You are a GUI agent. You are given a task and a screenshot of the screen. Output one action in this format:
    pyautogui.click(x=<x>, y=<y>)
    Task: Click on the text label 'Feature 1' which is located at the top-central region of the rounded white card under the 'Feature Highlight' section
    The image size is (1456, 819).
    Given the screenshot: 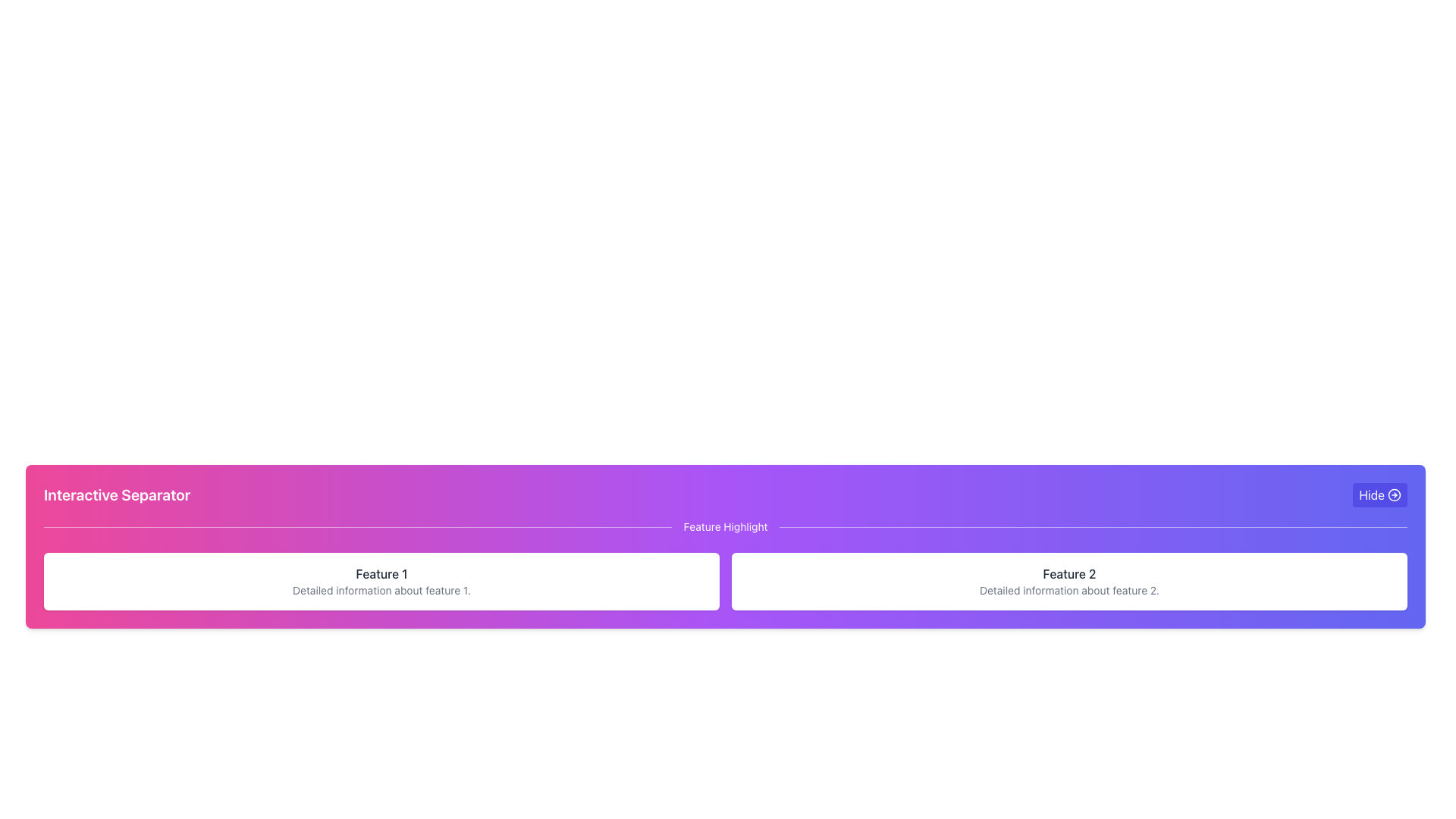 What is the action you would take?
    pyautogui.click(x=381, y=573)
    